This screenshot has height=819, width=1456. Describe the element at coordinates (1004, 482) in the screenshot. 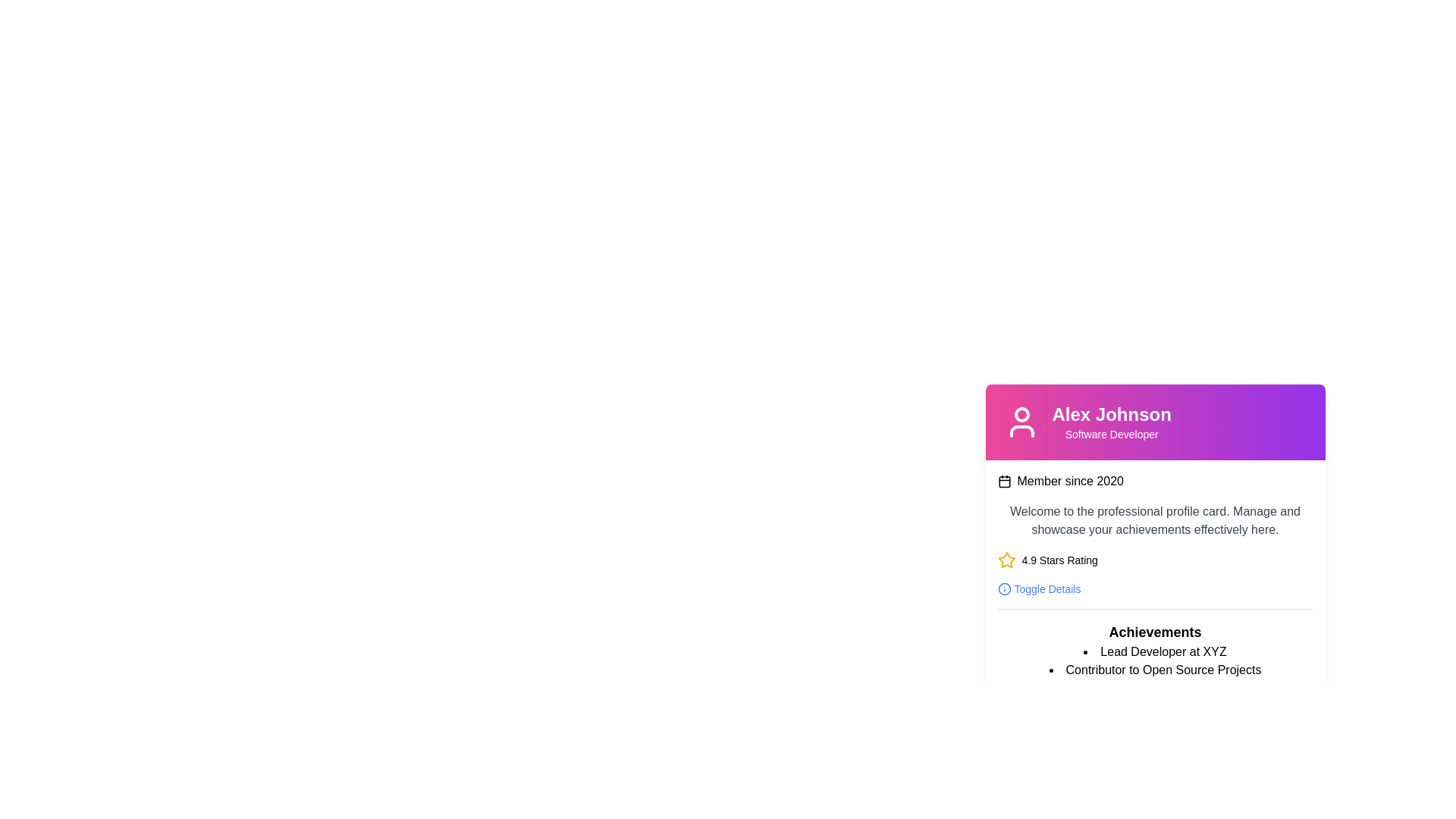

I see `the rounded rectangle SVG graphic that represents a part of the calendar icon by focusing on its central area` at that location.